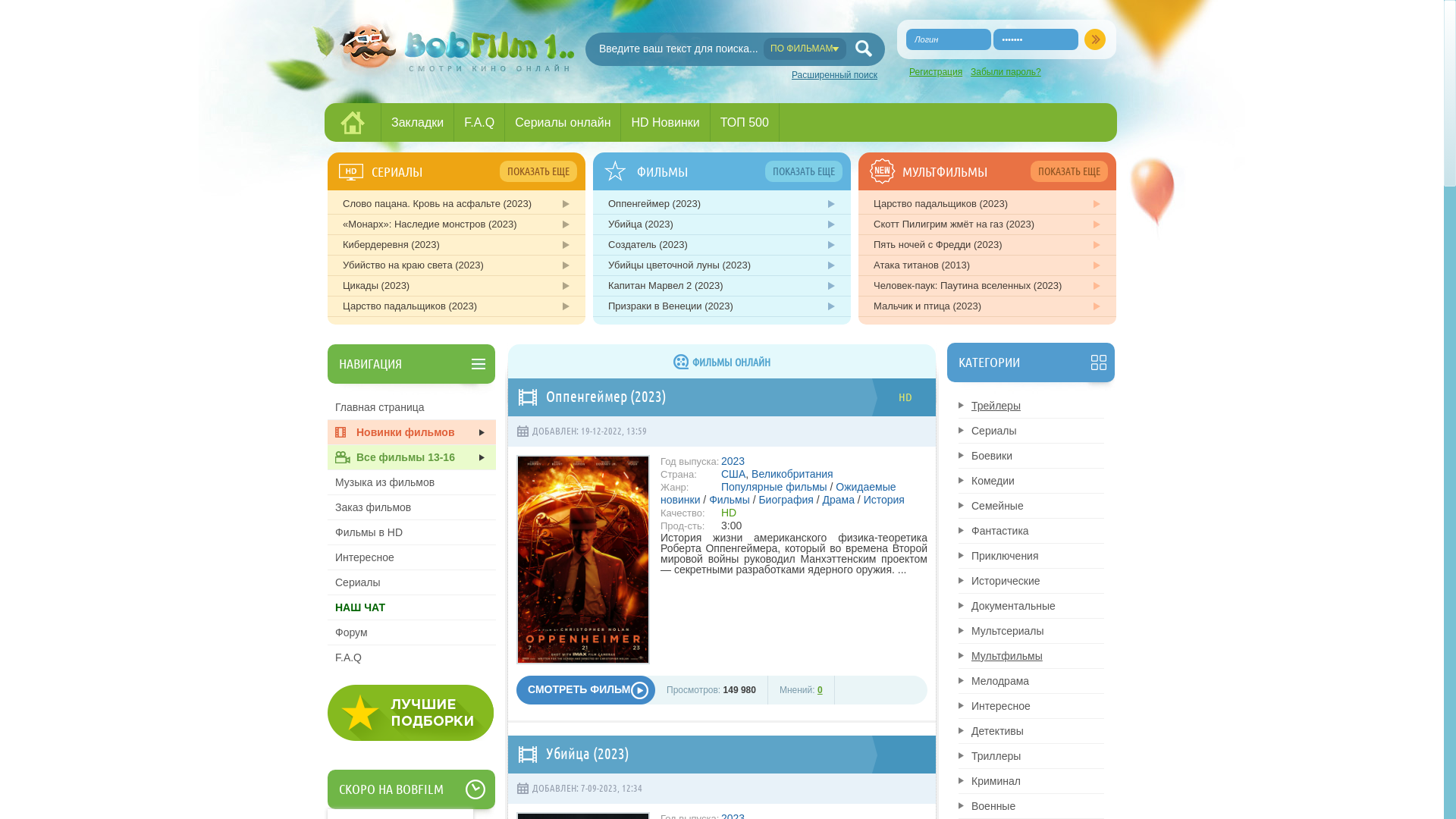 Image resolution: width=1456 pixels, height=819 pixels. What do you see at coordinates (327, 657) in the screenshot?
I see `'F.A.Q'` at bounding box center [327, 657].